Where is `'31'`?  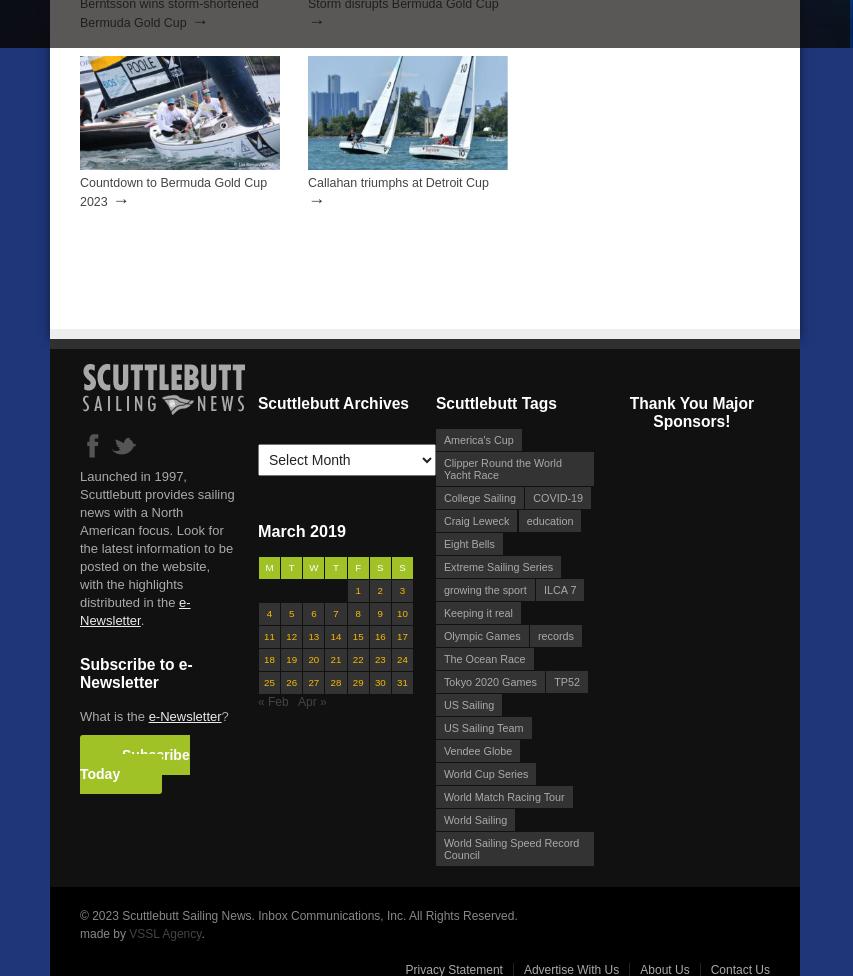 '31' is located at coordinates (401, 680).